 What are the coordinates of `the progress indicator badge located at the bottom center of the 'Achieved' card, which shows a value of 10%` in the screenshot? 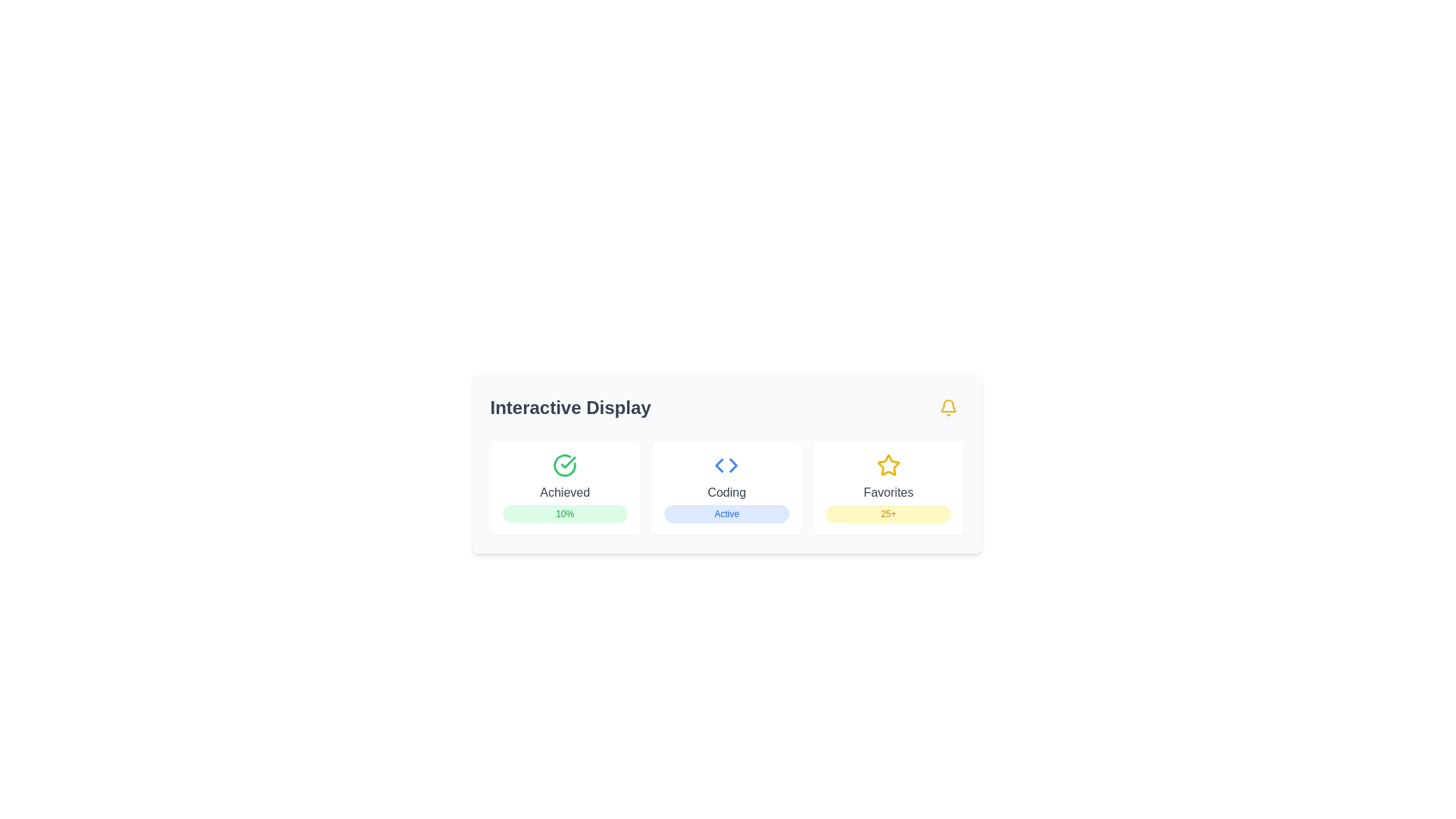 It's located at (564, 513).